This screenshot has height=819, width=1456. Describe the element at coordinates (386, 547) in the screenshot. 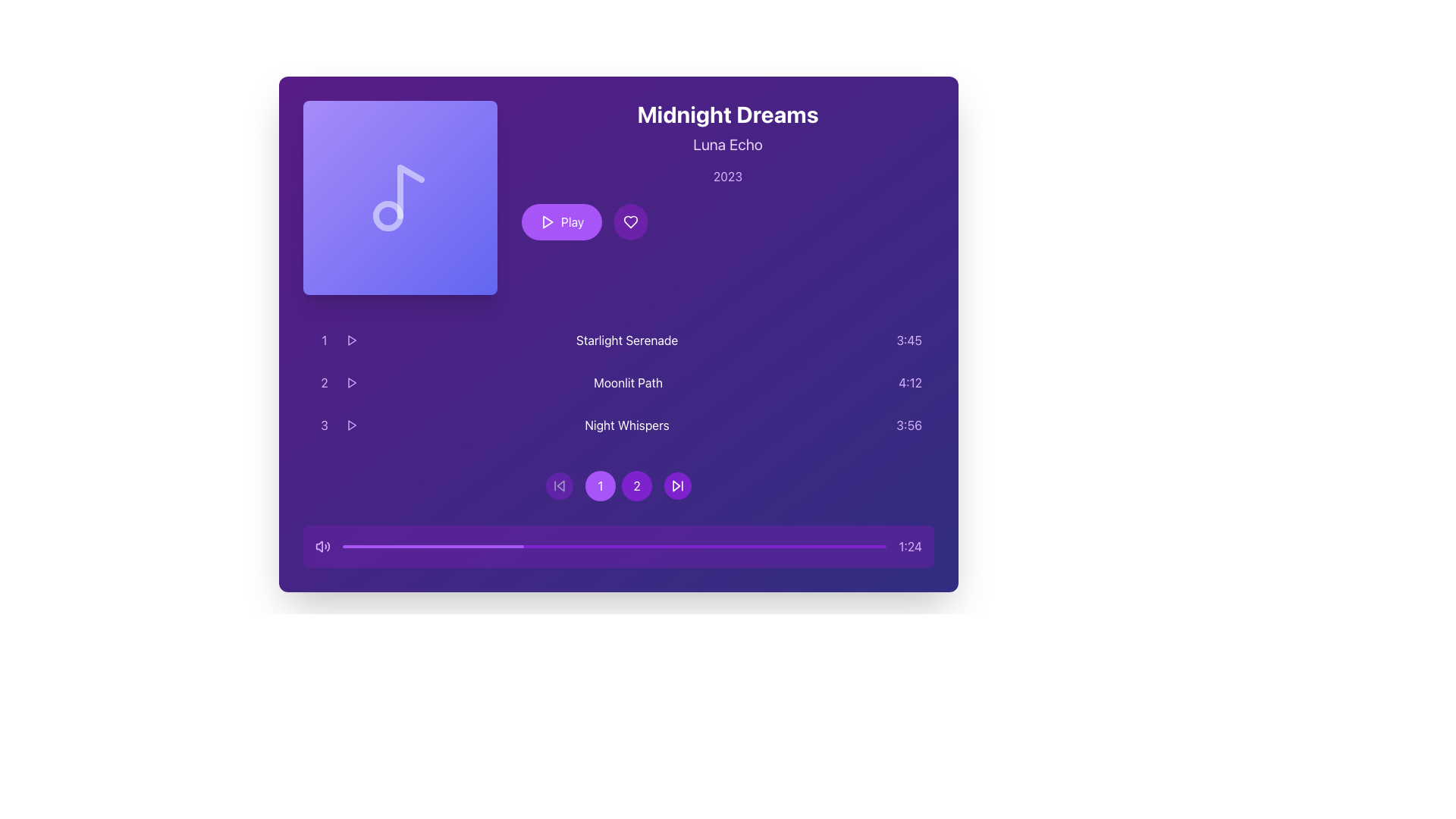

I see `the progress` at that location.